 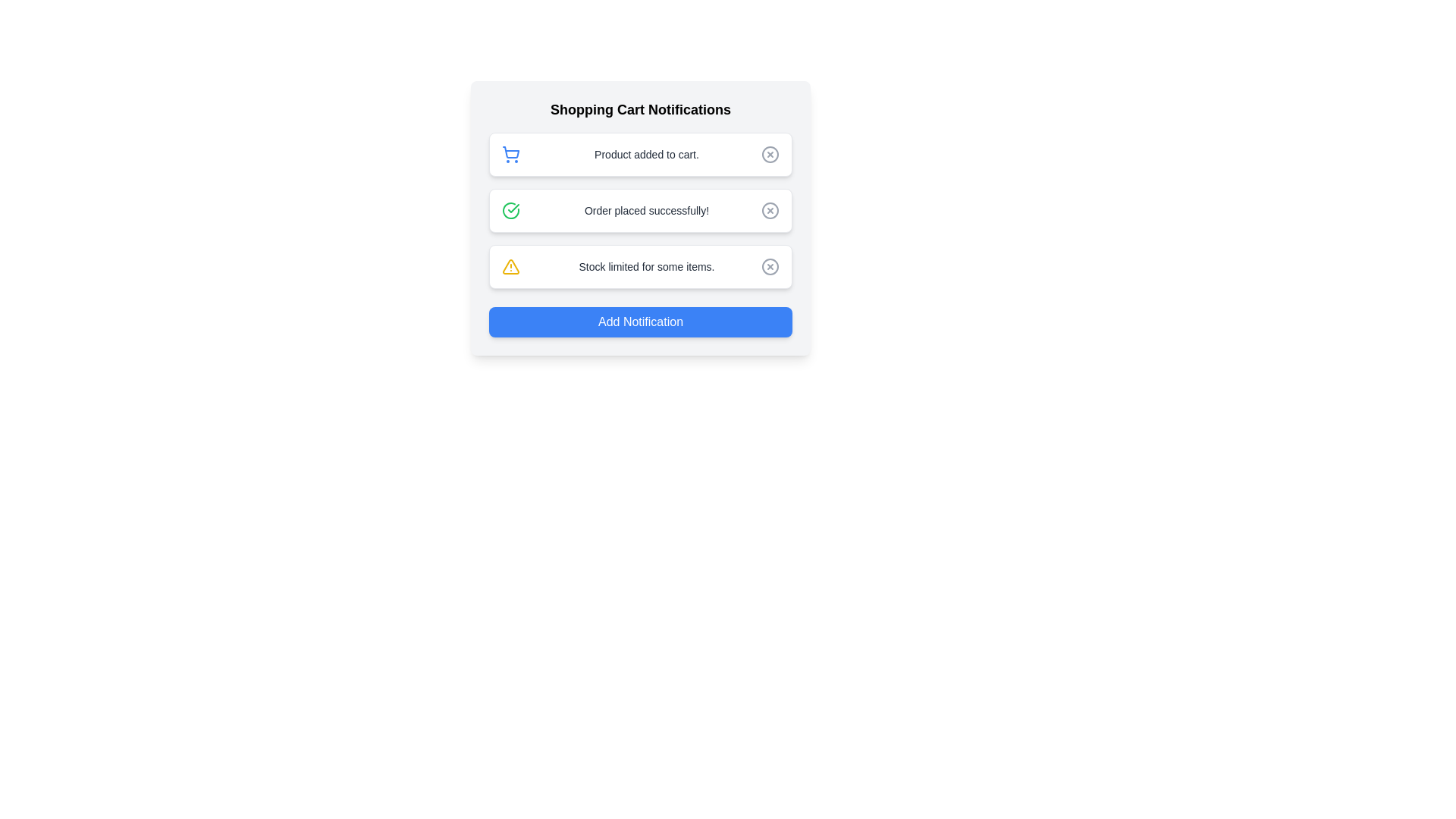 I want to click on the small circular dismiss button with a gray outline and 'X' symbol, so click(x=770, y=210).